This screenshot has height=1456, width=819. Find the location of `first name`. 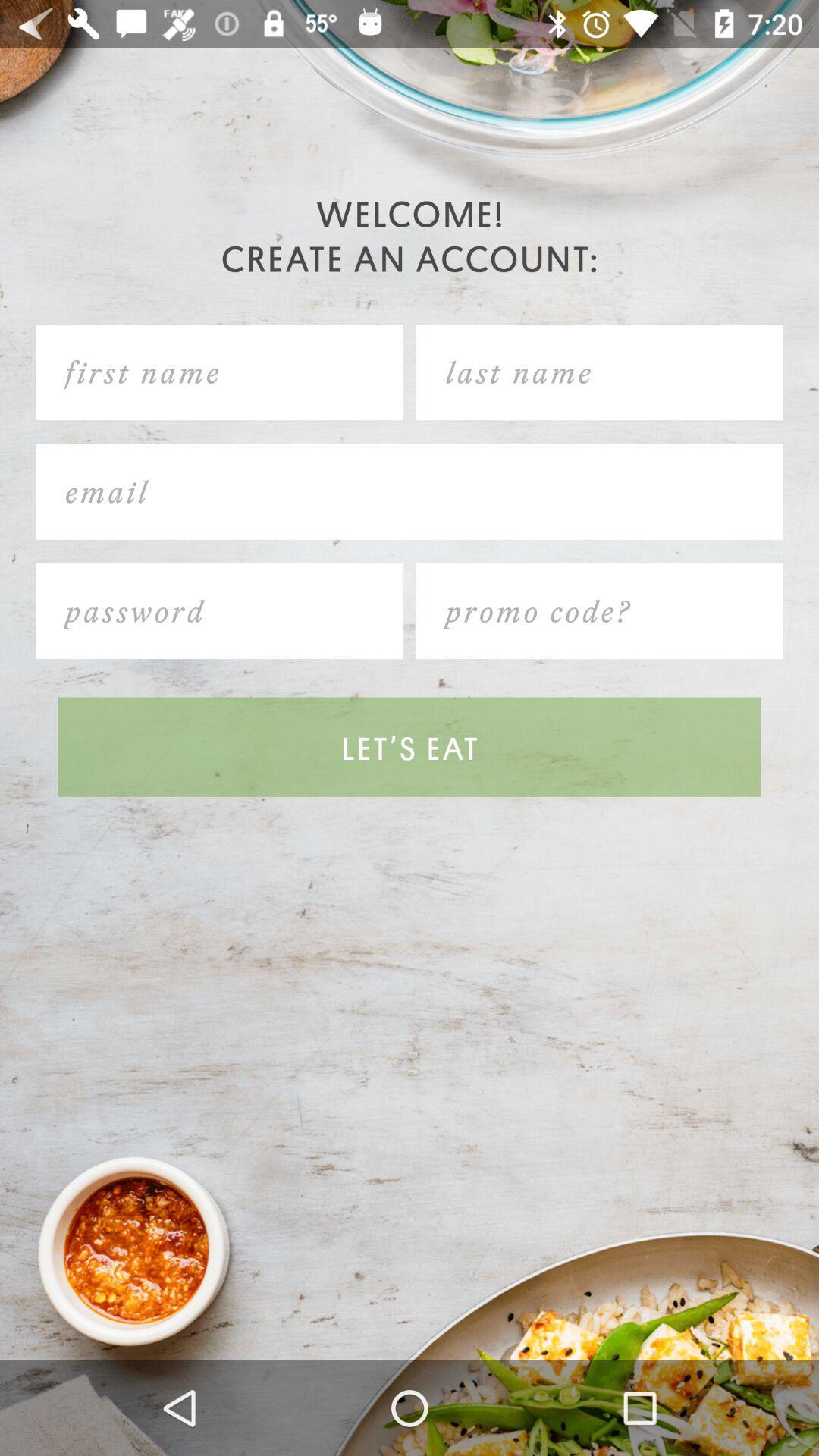

first name is located at coordinates (219, 372).